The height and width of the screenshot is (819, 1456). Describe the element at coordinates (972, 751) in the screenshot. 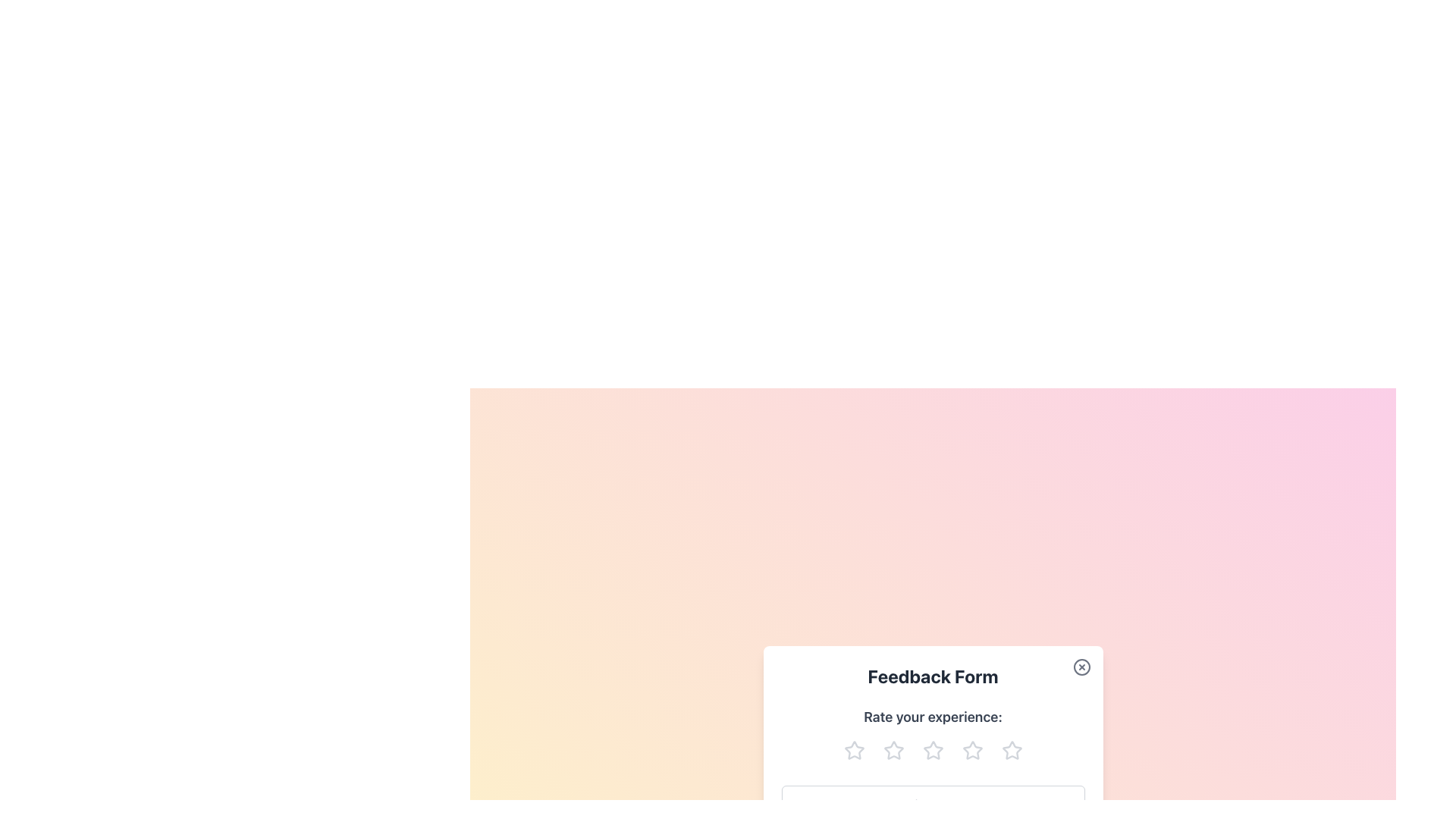

I see `the fourth star rating button in the feedback form labeled 'Rate your experience:'` at that location.